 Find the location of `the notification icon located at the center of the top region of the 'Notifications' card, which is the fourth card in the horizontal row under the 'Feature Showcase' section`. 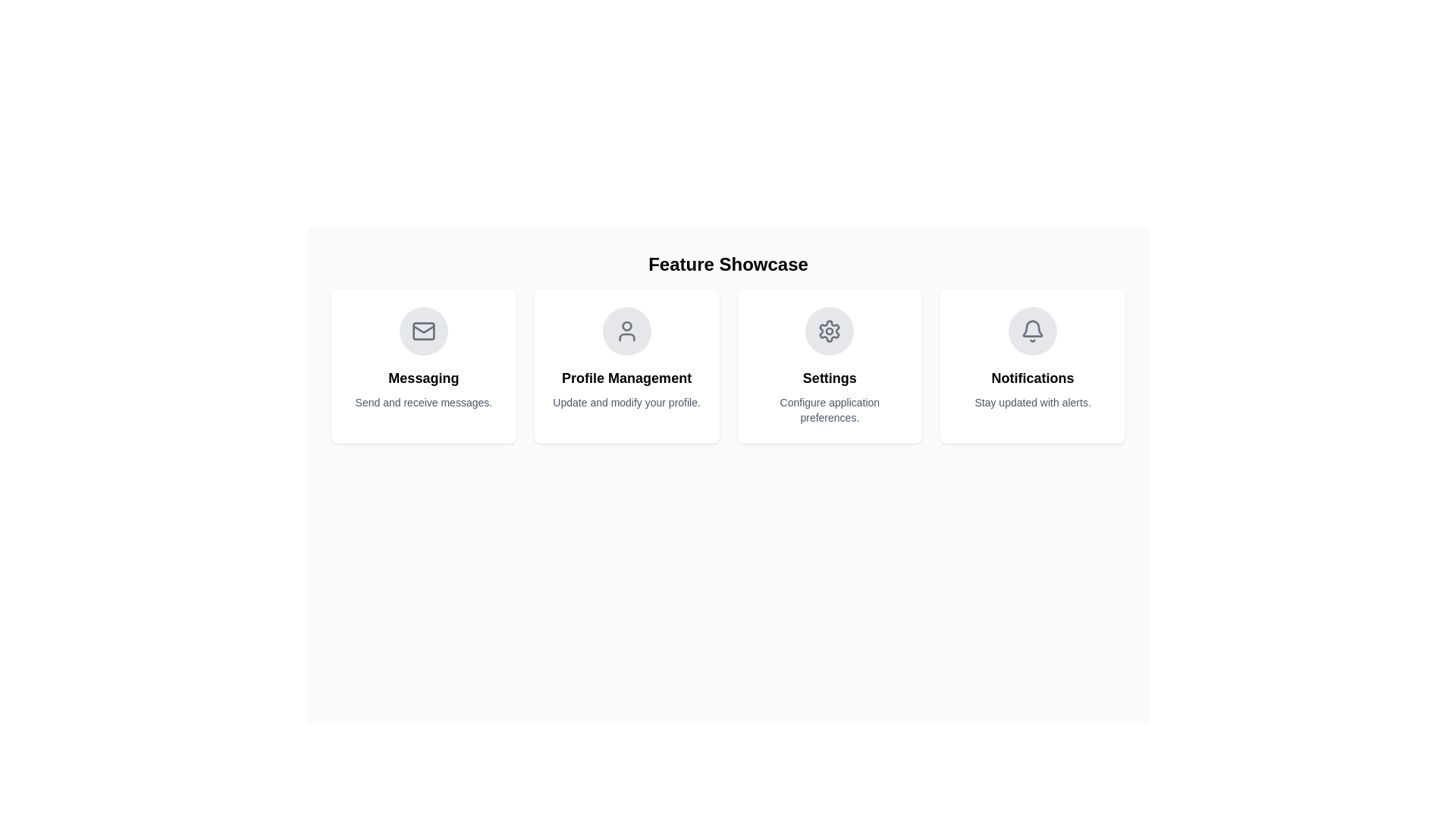

the notification icon located at the center of the top region of the 'Notifications' card, which is the fourth card in the horizontal row under the 'Feature Showcase' section is located at coordinates (1032, 330).